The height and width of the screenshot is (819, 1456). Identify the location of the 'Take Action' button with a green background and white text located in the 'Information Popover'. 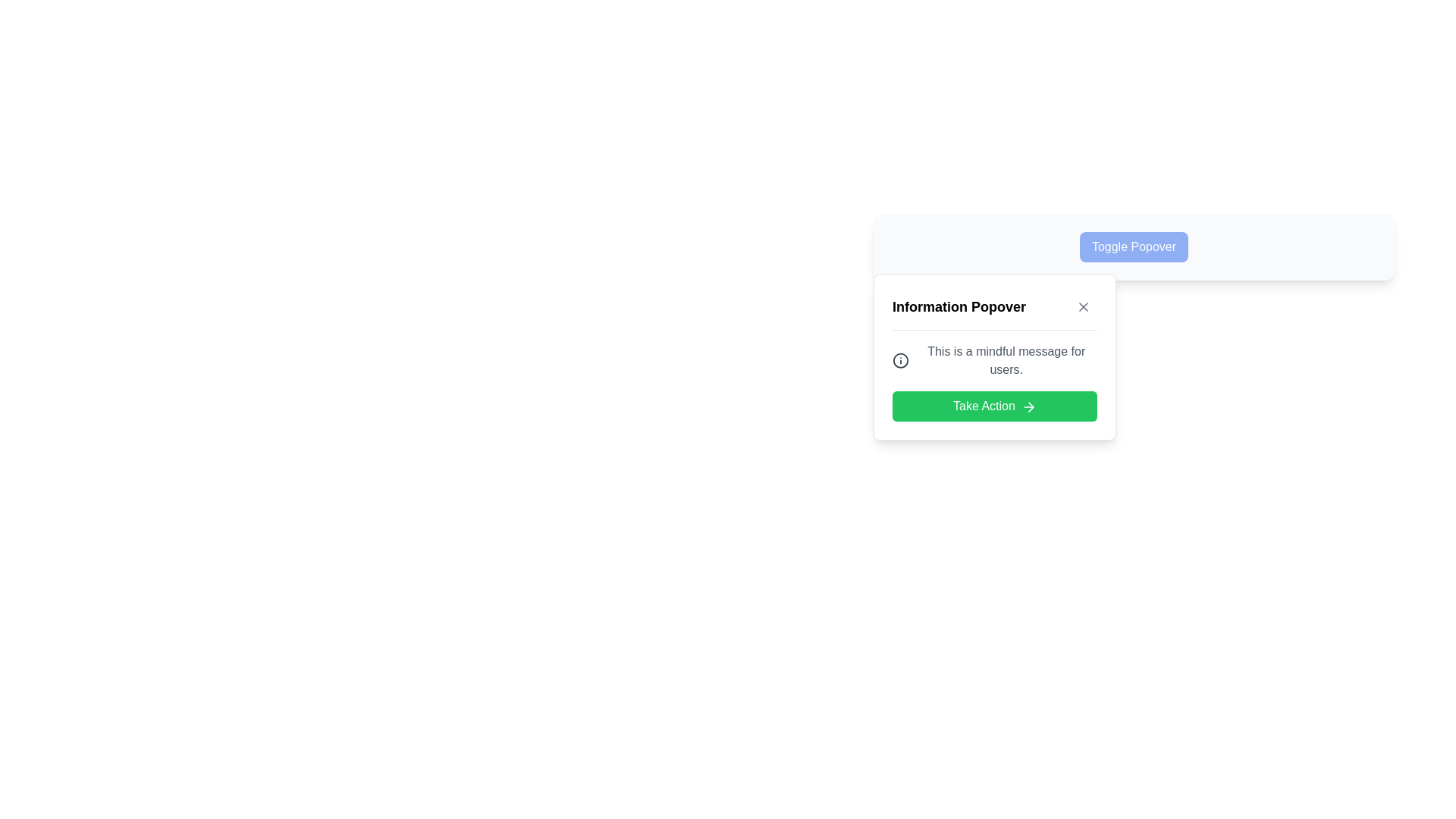
(994, 406).